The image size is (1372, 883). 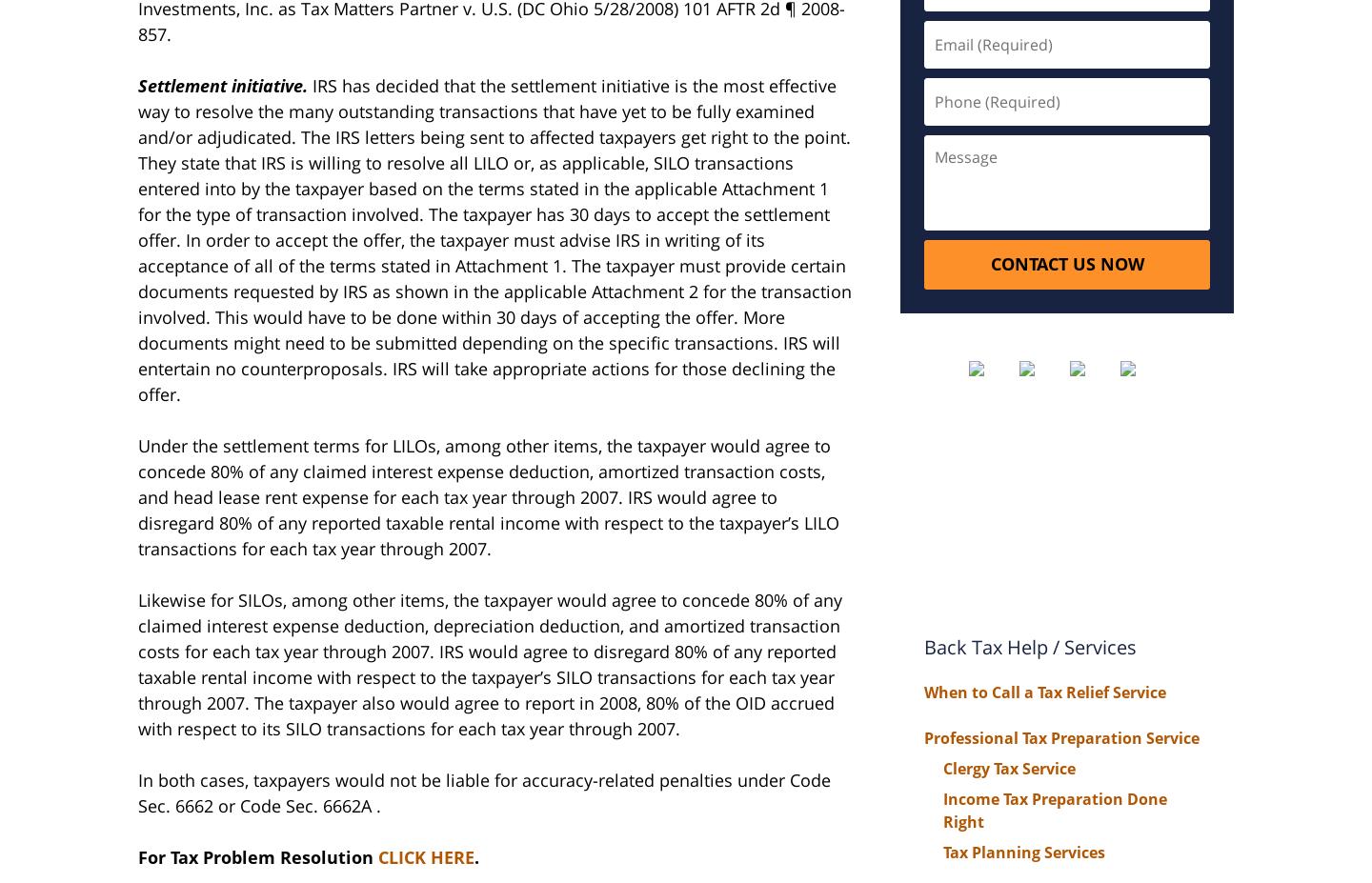 What do you see at coordinates (137, 201) in the screenshot?
I see `'is willing to resolve all LILO or, as applicable, SILO transactions entered into by the taxpayer based on the terms stated in the applicable Attachment 1 for the type of transaction involved. The taxpayer has 30 days to accept the settlement offer. In order to accept the offer, the taxpayer must advise'` at bounding box center [137, 201].